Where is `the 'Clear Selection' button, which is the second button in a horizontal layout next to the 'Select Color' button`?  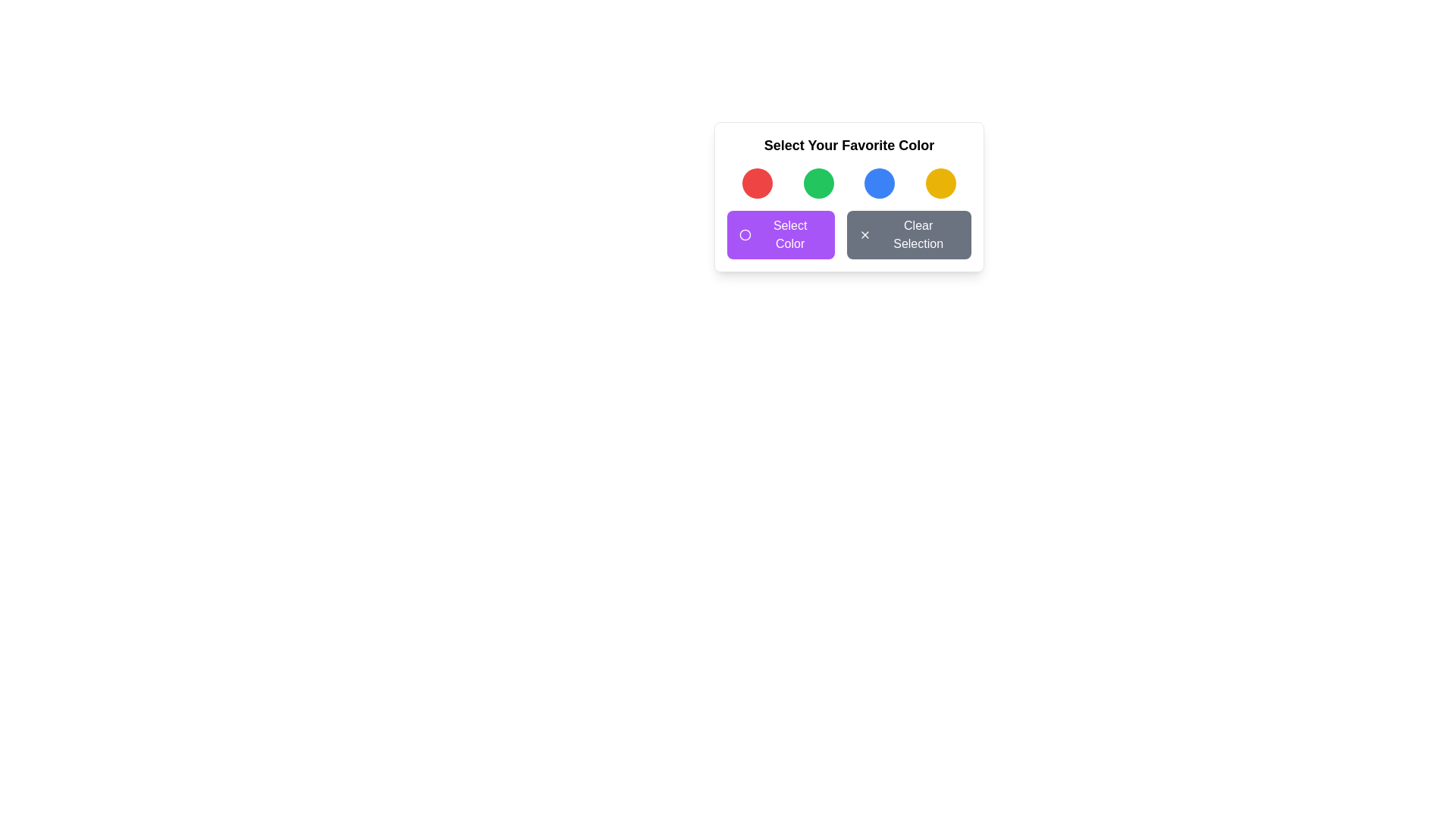 the 'Clear Selection' button, which is the second button in a horizontal layout next to the 'Select Color' button is located at coordinates (909, 234).